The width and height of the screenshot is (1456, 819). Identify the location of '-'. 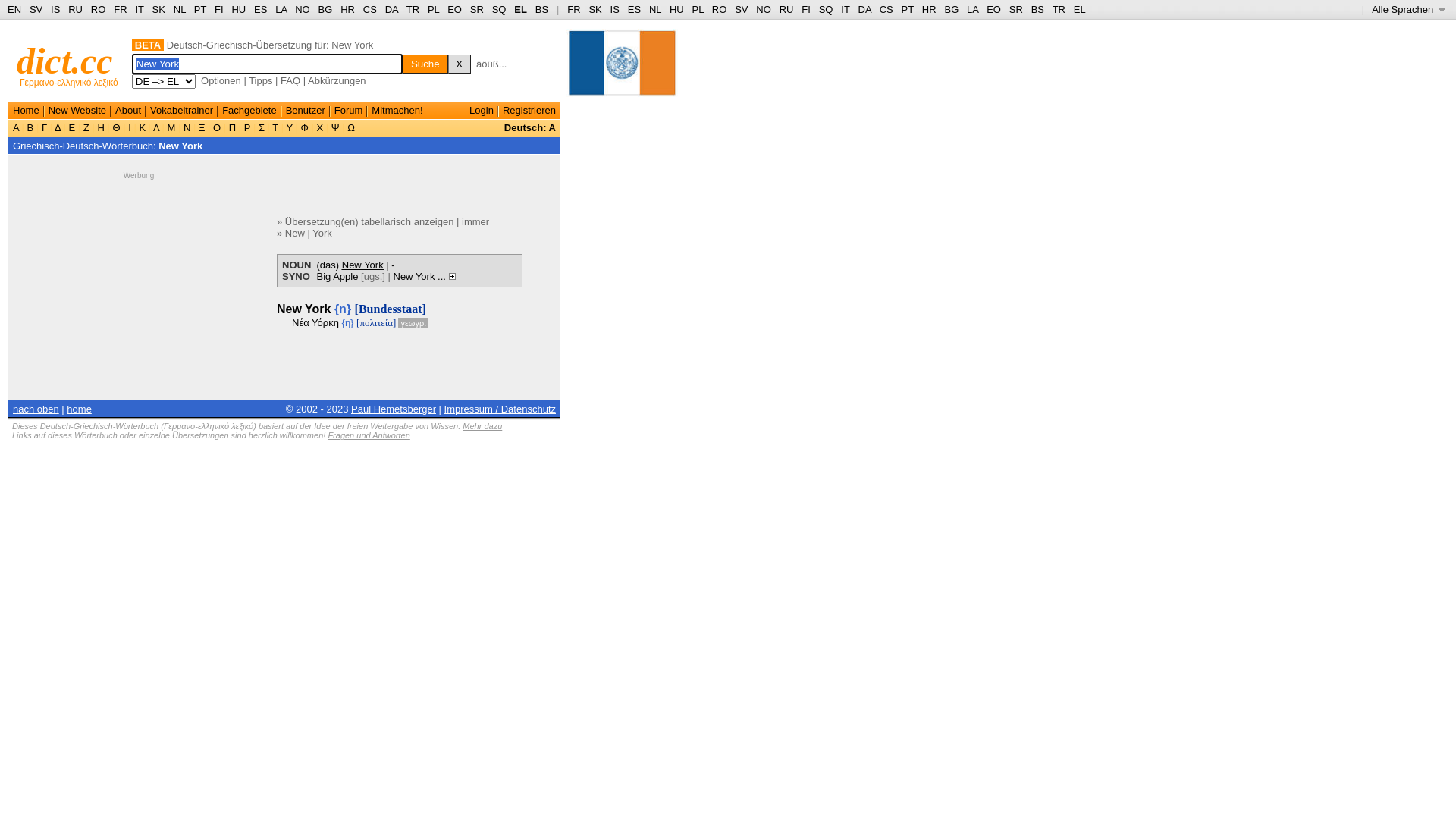
(393, 264).